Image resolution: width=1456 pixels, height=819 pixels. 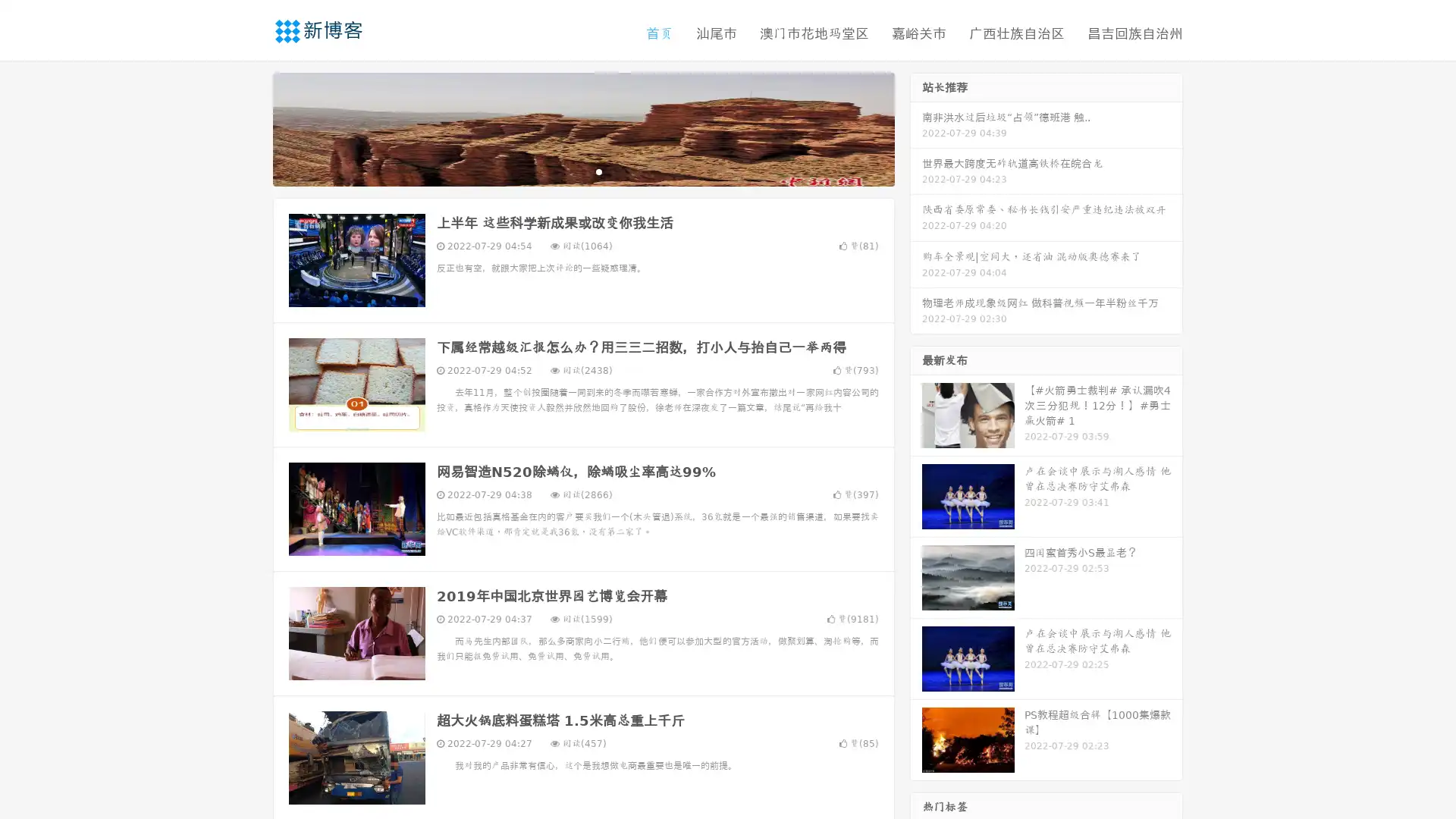 What do you see at coordinates (567, 171) in the screenshot?
I see `Go to slide 1` at bounding box center [567, 171].